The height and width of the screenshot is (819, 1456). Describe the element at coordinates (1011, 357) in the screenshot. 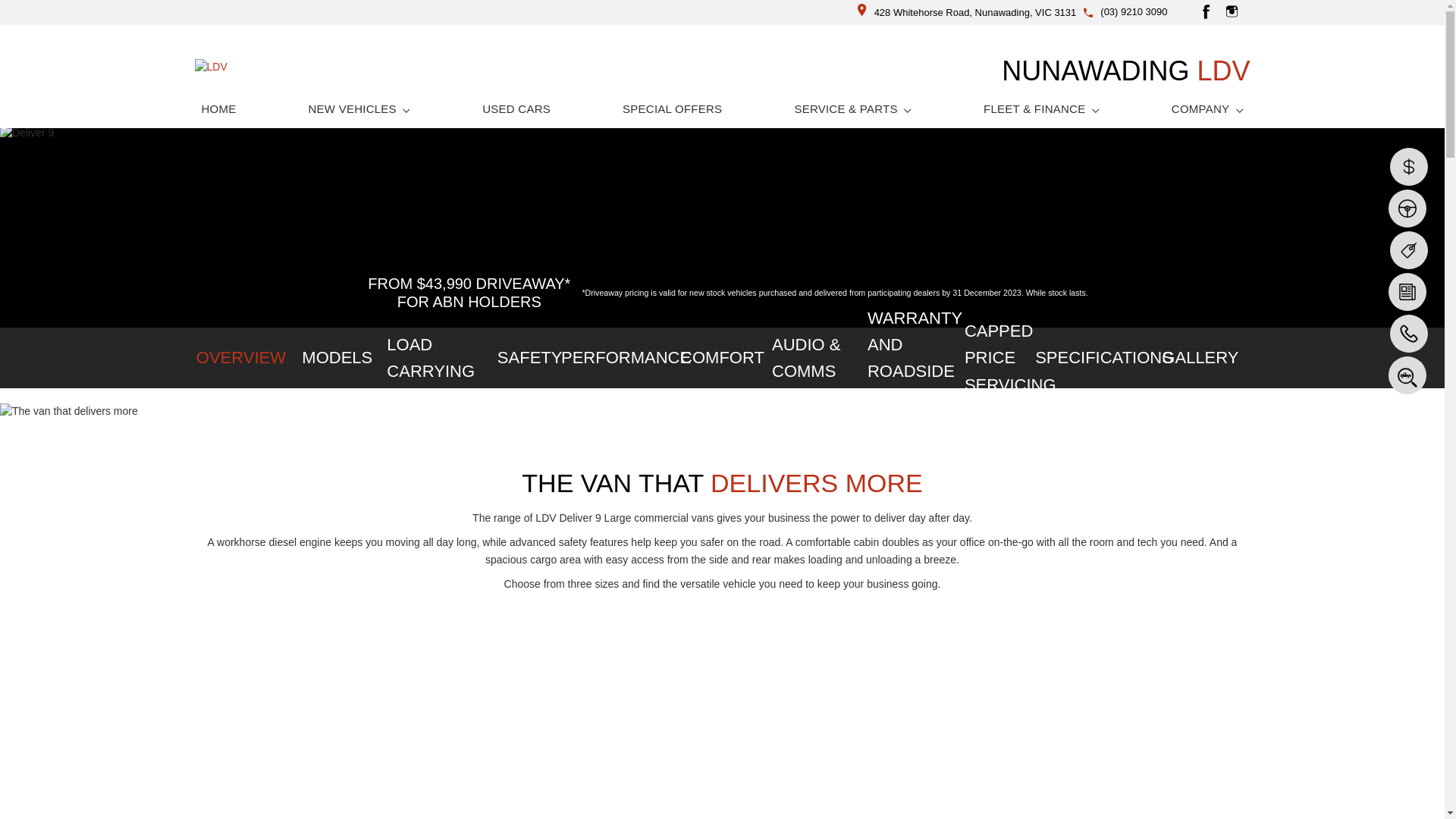

I see `'CAPPED PRICE SERVICING'` at that location.